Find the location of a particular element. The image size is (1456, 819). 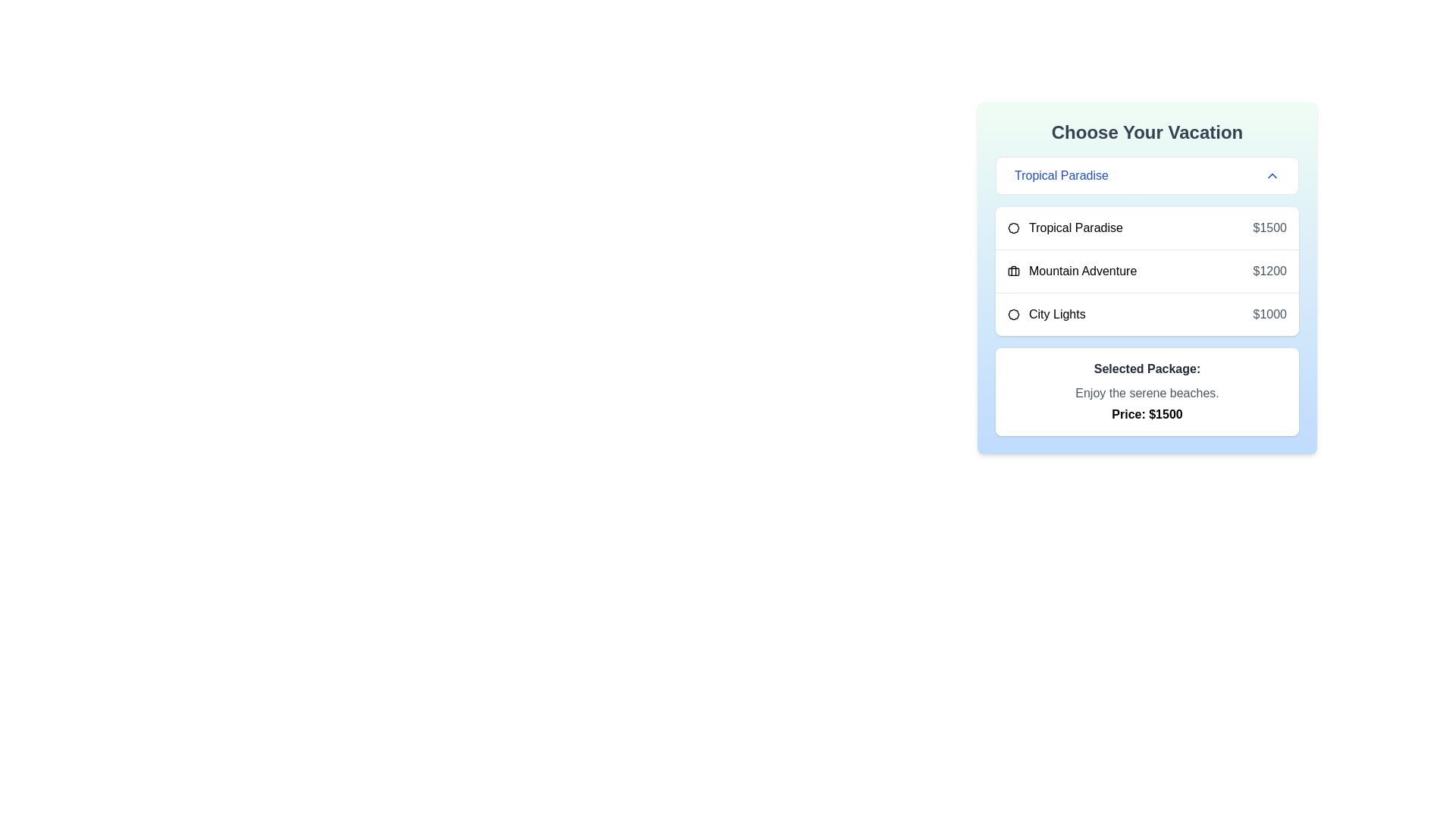

the icon indicating the item 'Tropical Paradise', which is located immediately to the left of the text in the list is located at coordinates (1014, 227).